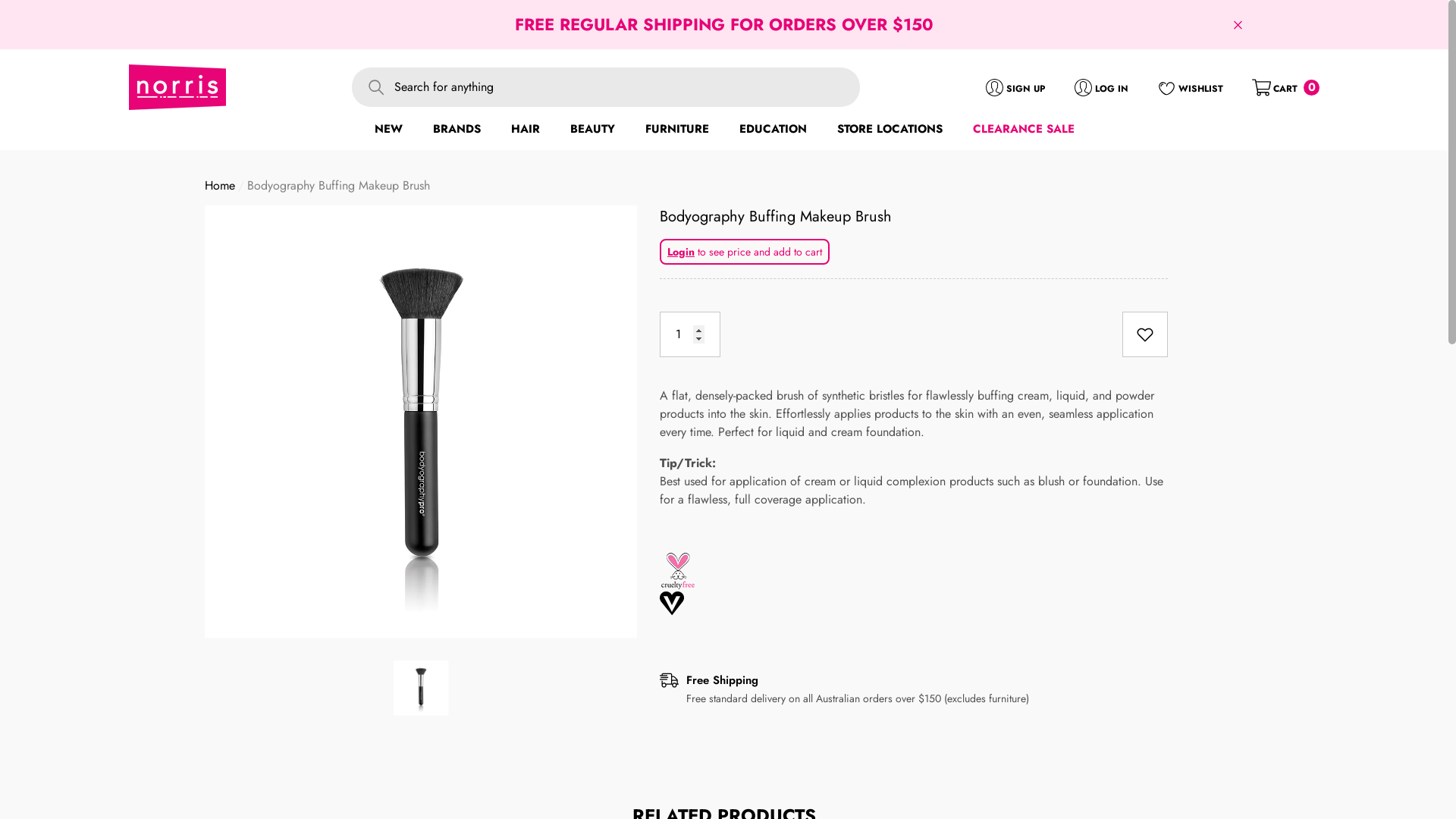 The height and width of the screenshot is (819, 1456). I want to click on 'Home', so click(218, 184).